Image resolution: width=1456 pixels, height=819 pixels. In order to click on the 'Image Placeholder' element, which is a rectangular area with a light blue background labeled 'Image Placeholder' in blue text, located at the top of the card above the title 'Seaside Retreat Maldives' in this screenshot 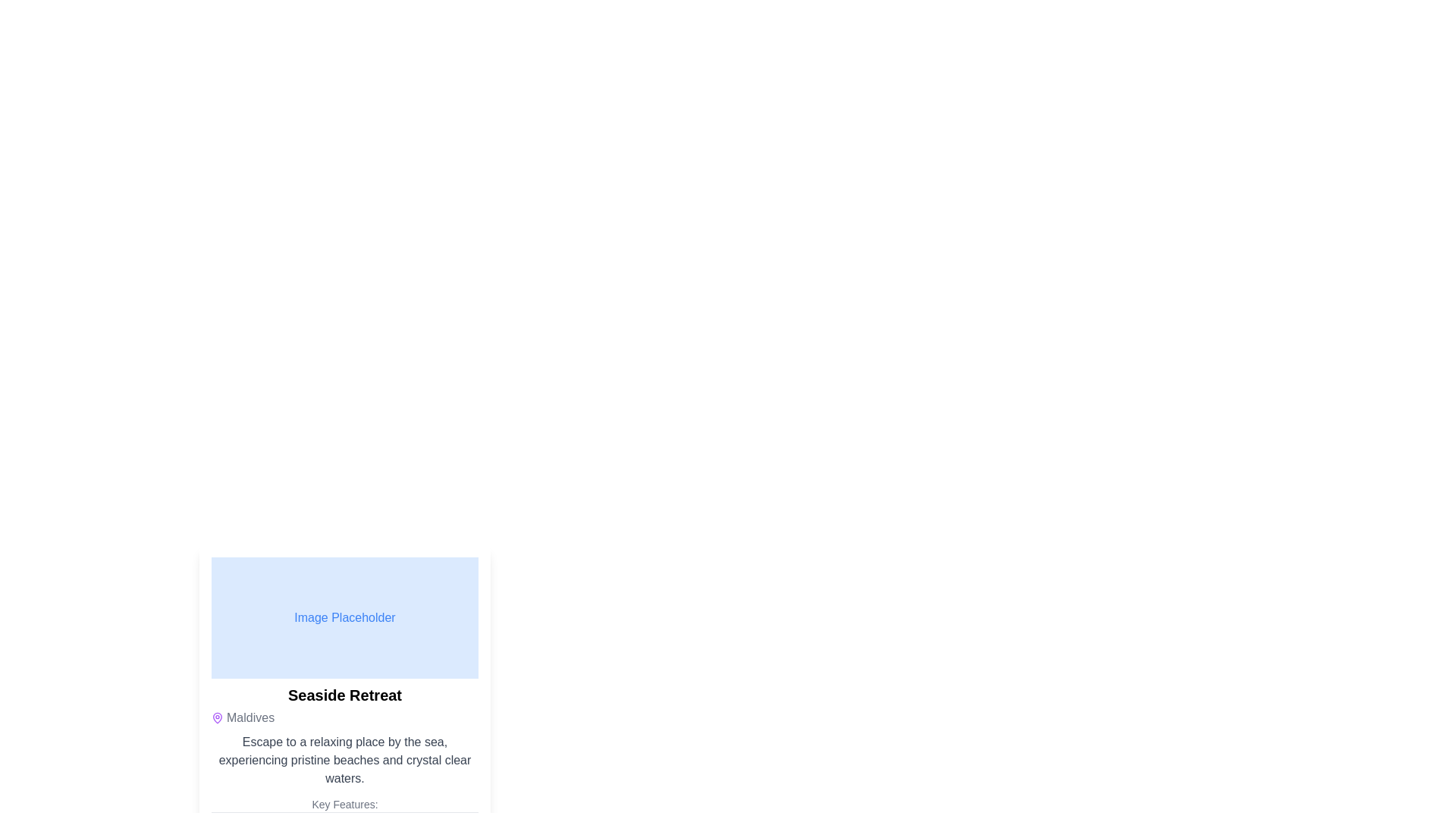, I will do `click(344, 617)`.